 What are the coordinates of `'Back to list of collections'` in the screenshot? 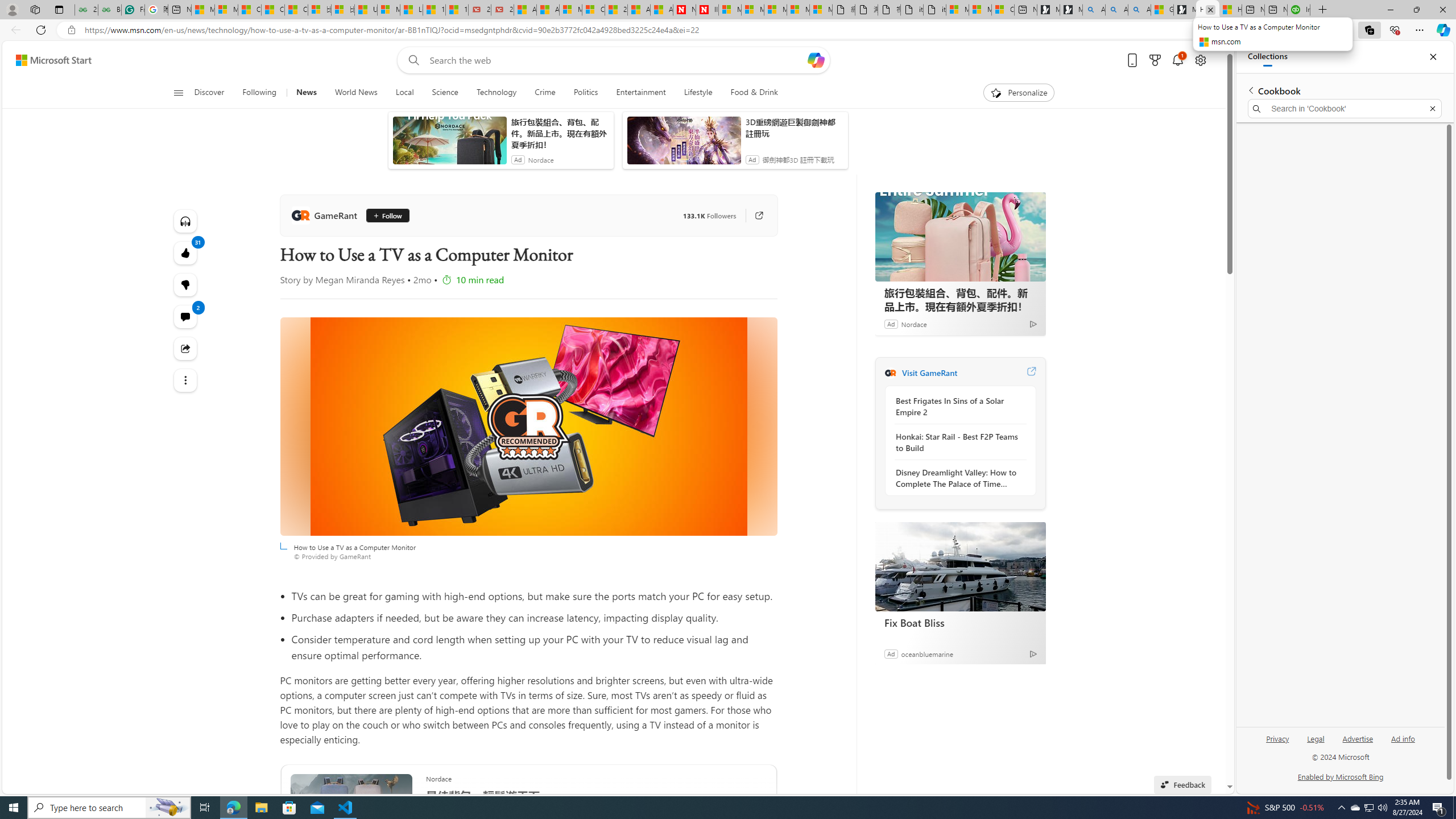 It's located at (1250, 90).